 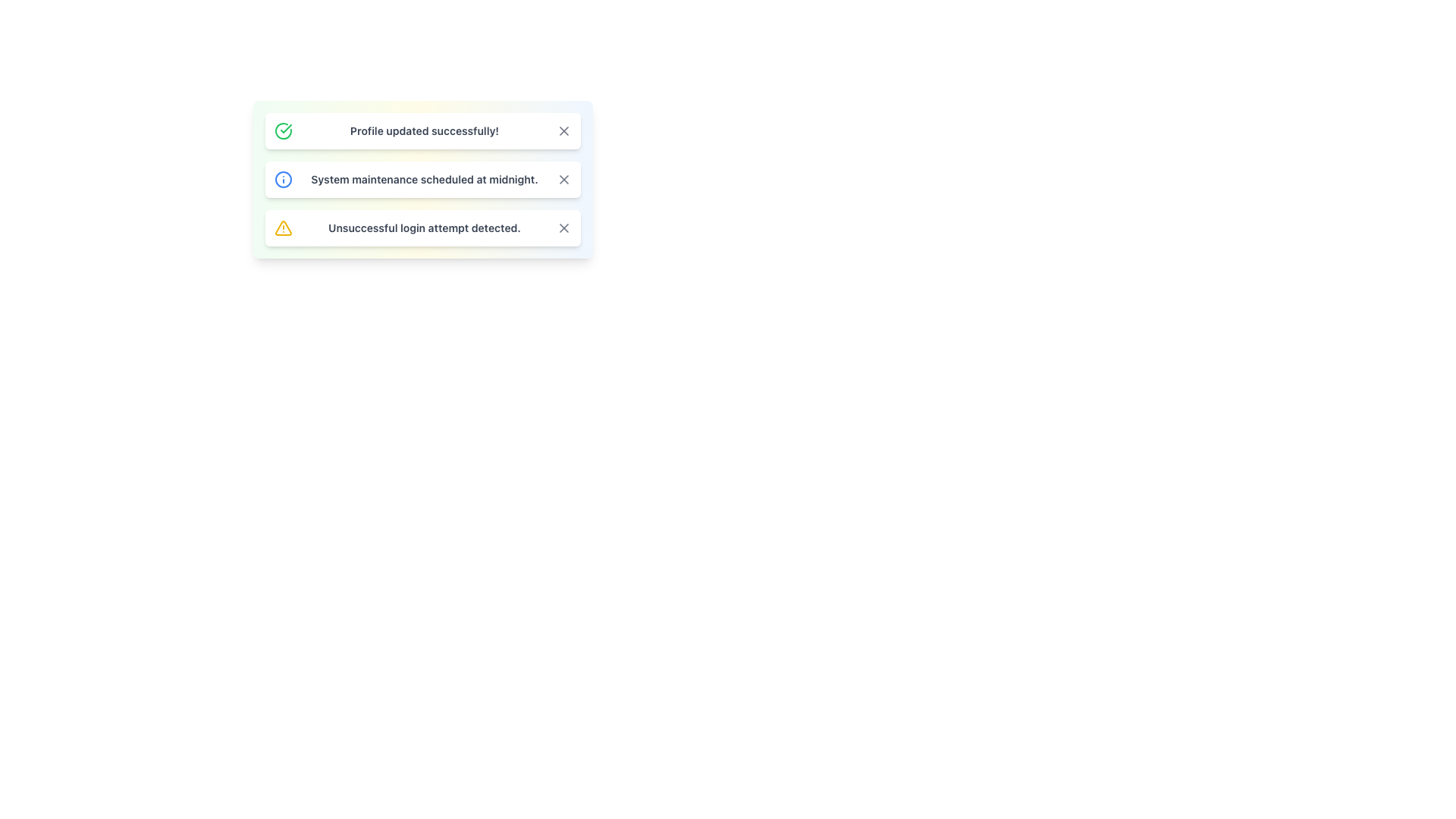 What do you see at coordinates (563, 178) in the screenshot?
I see `the small, square-shaped button with an 'X' icon in the notification banner to change its color` at bounding box center [563, 178].